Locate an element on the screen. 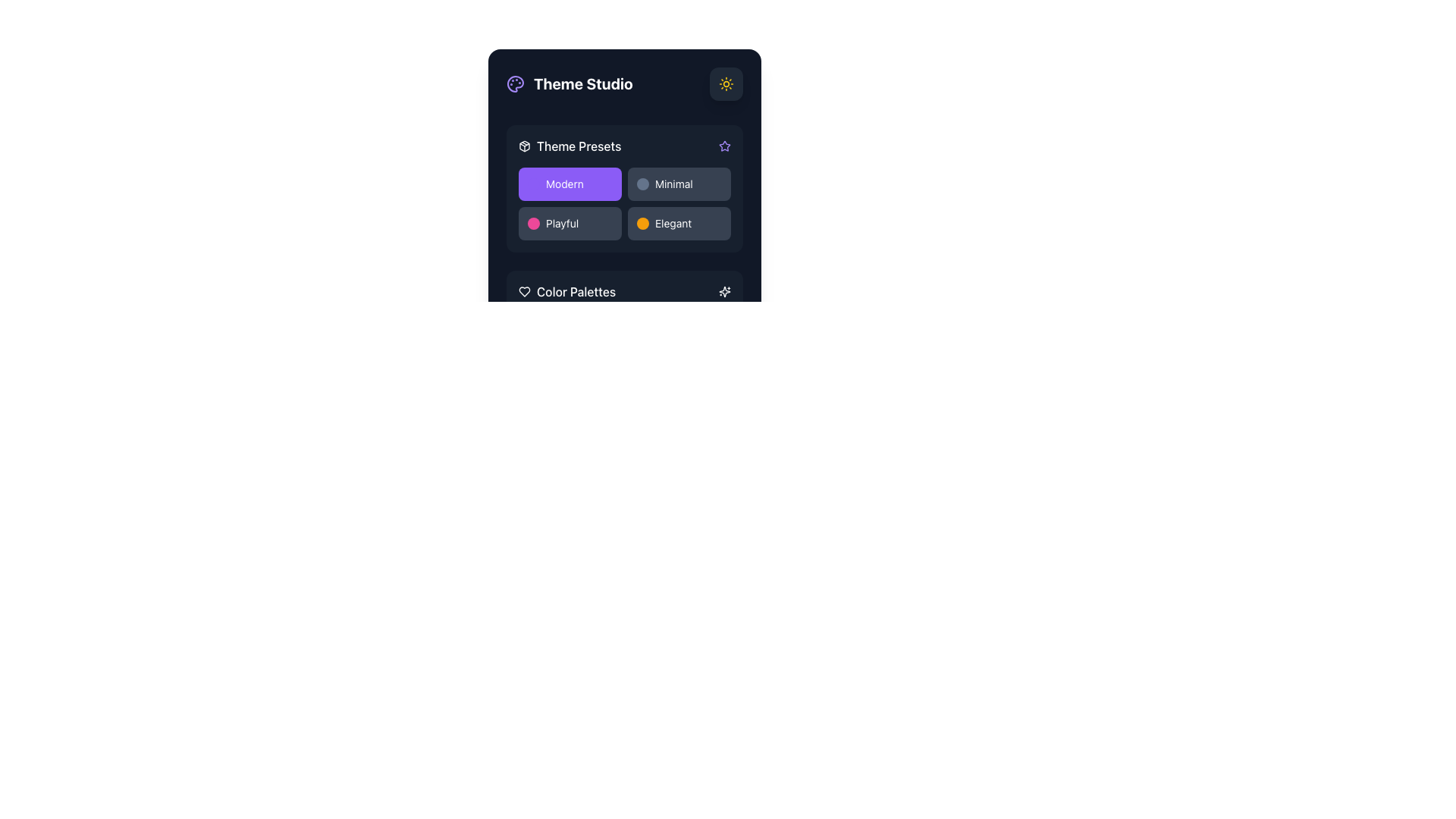 The image size is (1456, 819). the star icon located at the top-right corner of the 'Theme Studio' box is located at coordinates (723, 146).